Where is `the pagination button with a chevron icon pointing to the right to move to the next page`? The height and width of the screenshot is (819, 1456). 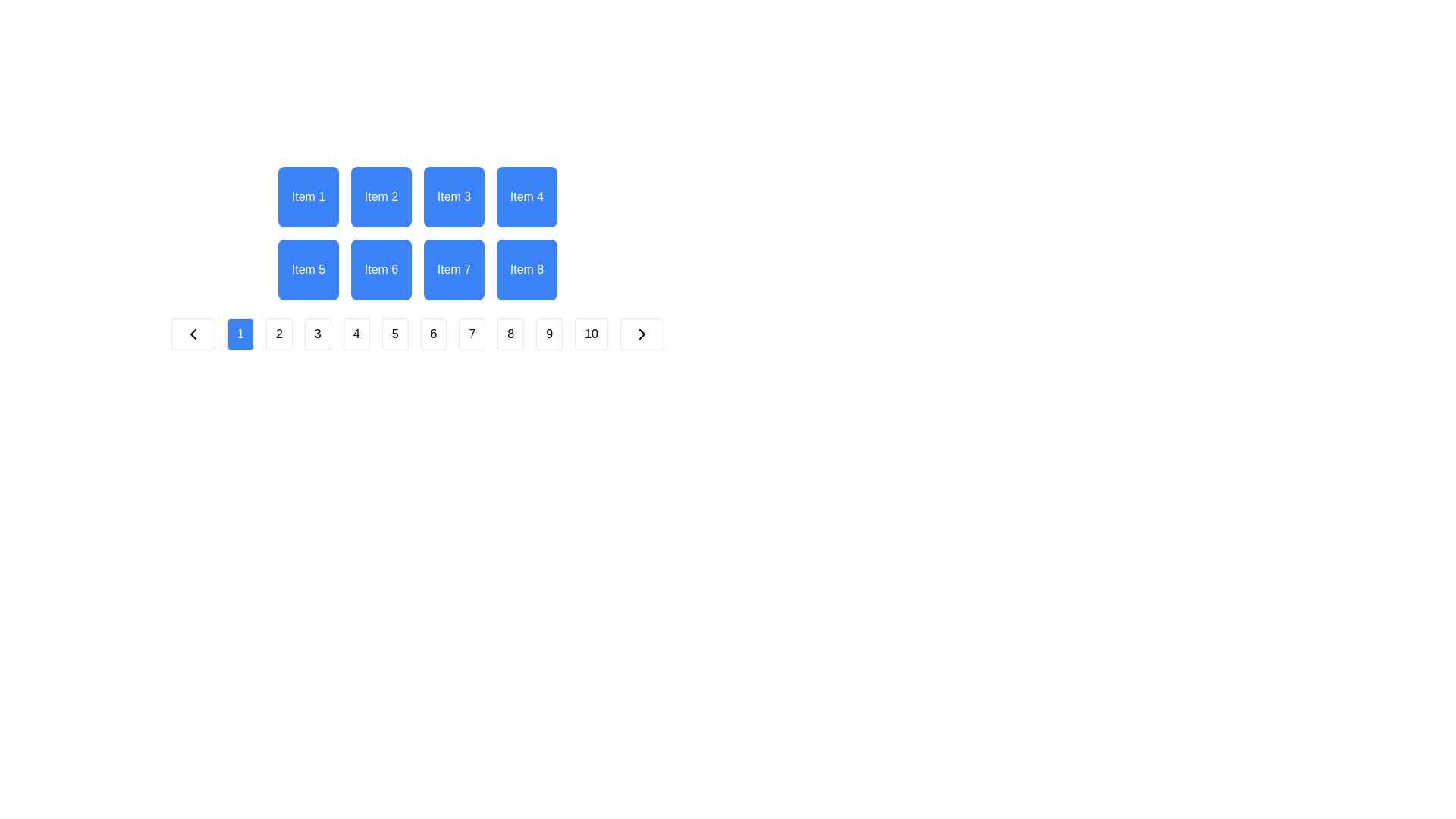
the pagination button with a chevron icon pointing to the right to move to the next page is located at coordinates (642, 333).